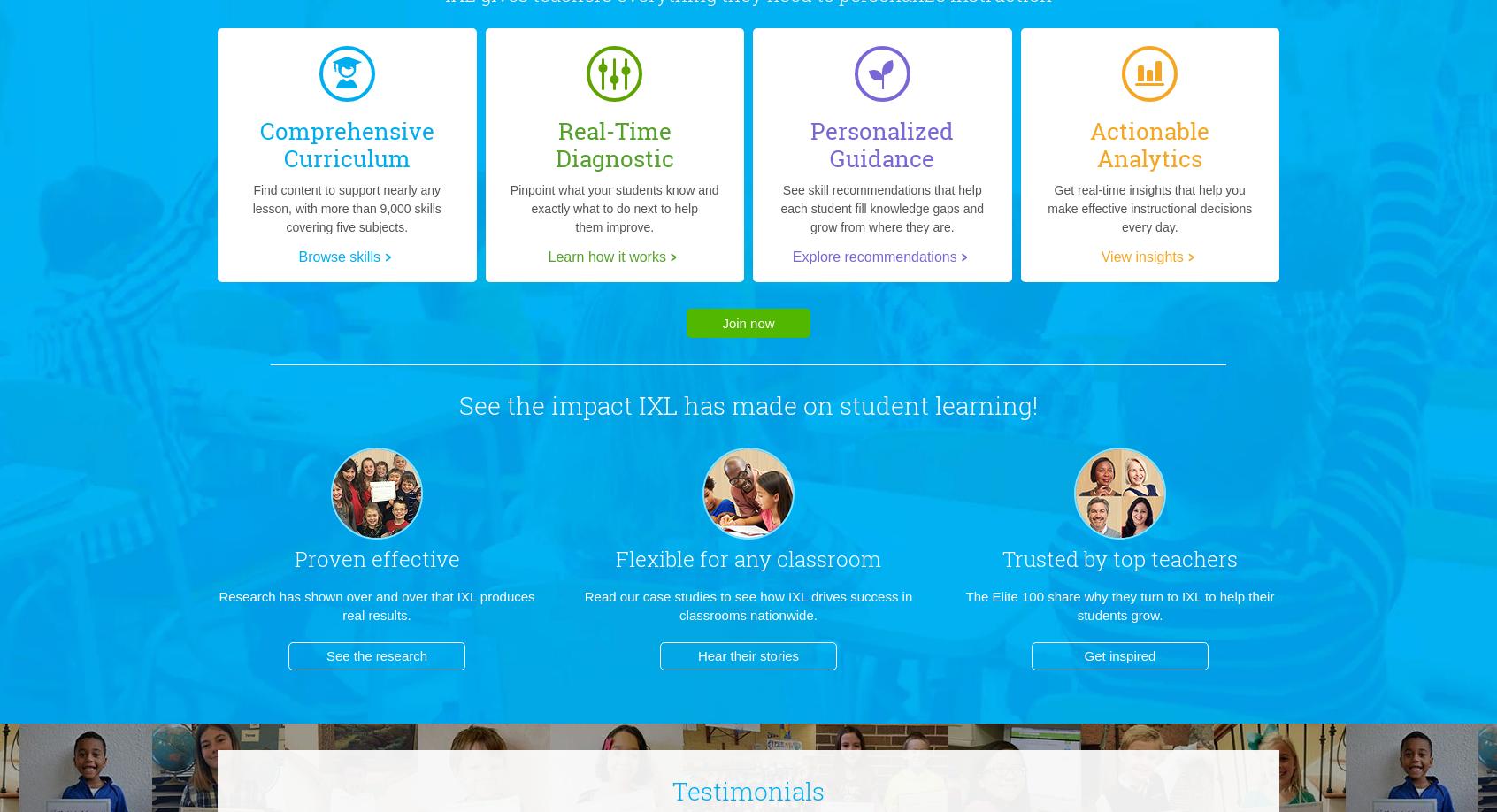 The image size is (1497, 812). What do you see at coordinates (694, 558) in the screenshot?
I see `'Flexible for any'` at bounding box center [694, 558].